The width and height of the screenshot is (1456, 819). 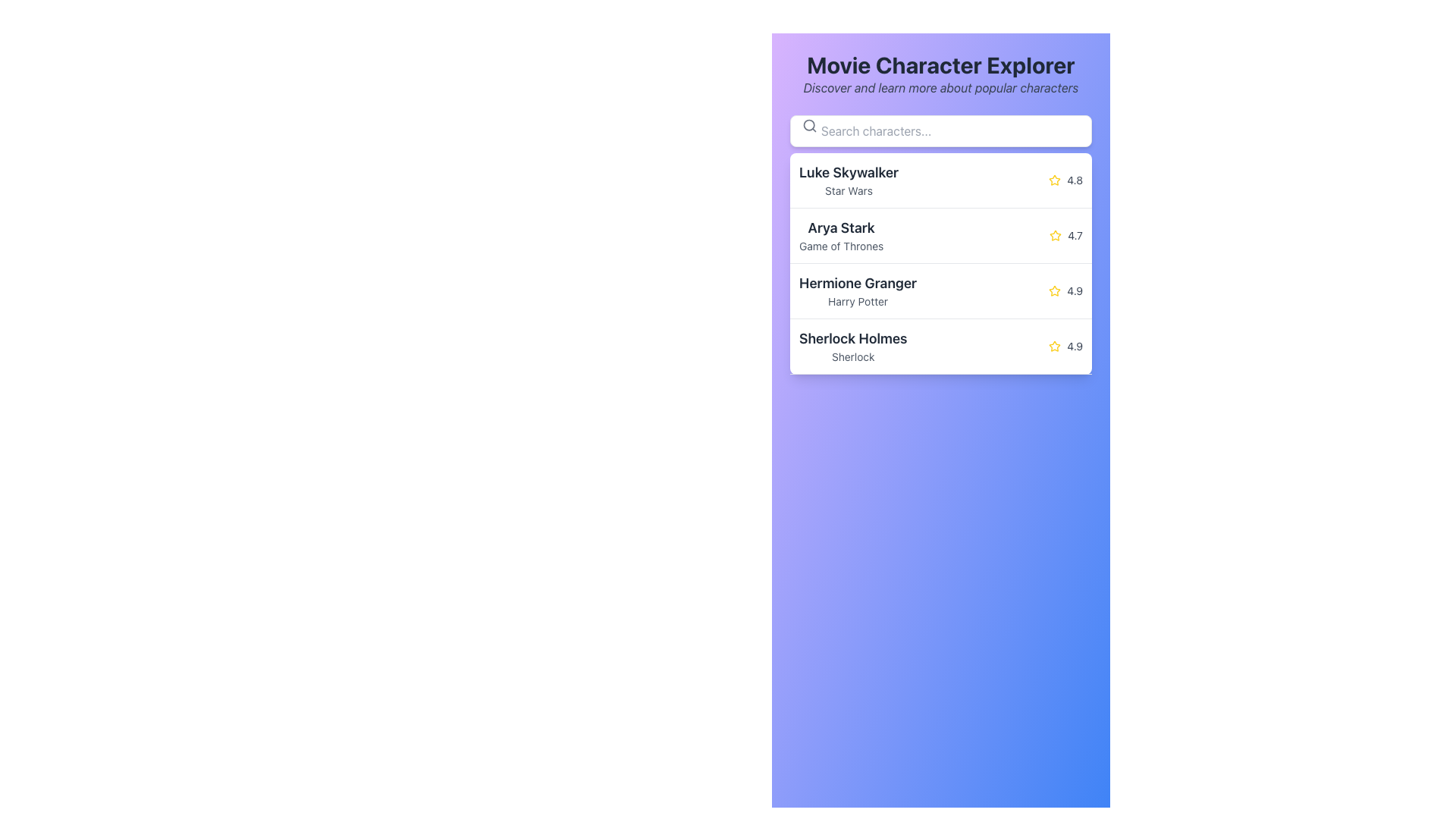 What do you see at coordinates (848, 180) in the screenshot?
I see `the label displaying 'Luke Skywalker' in bold, large font, which is part of the first entry in the vertical list of movie characters in the 'Movie Character Explorer' interface` at bounding box center [848, 180].